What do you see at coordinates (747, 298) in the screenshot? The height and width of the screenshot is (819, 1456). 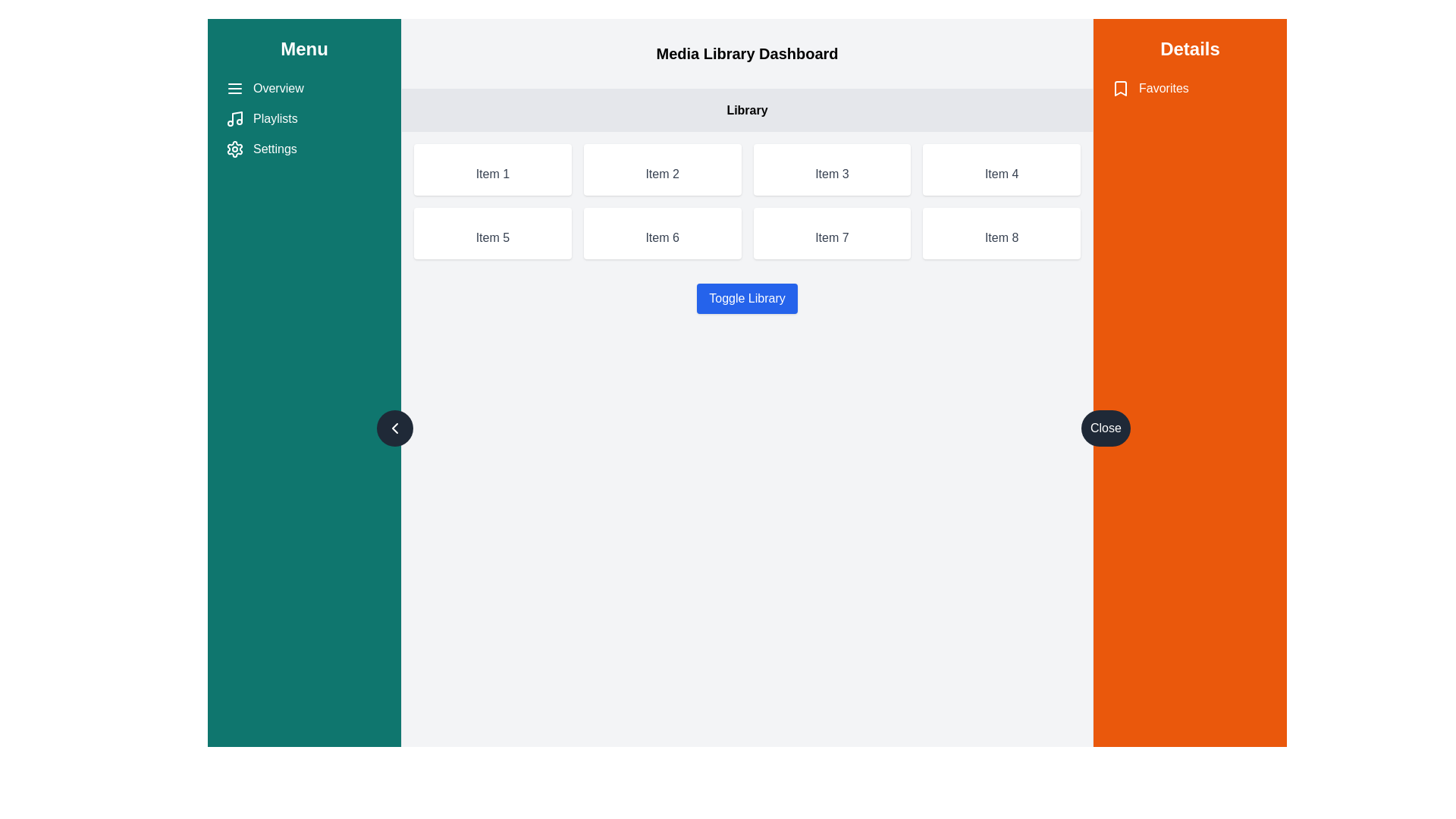 I see `the 'Toggle Library' button` at bounding box center [747, 298].